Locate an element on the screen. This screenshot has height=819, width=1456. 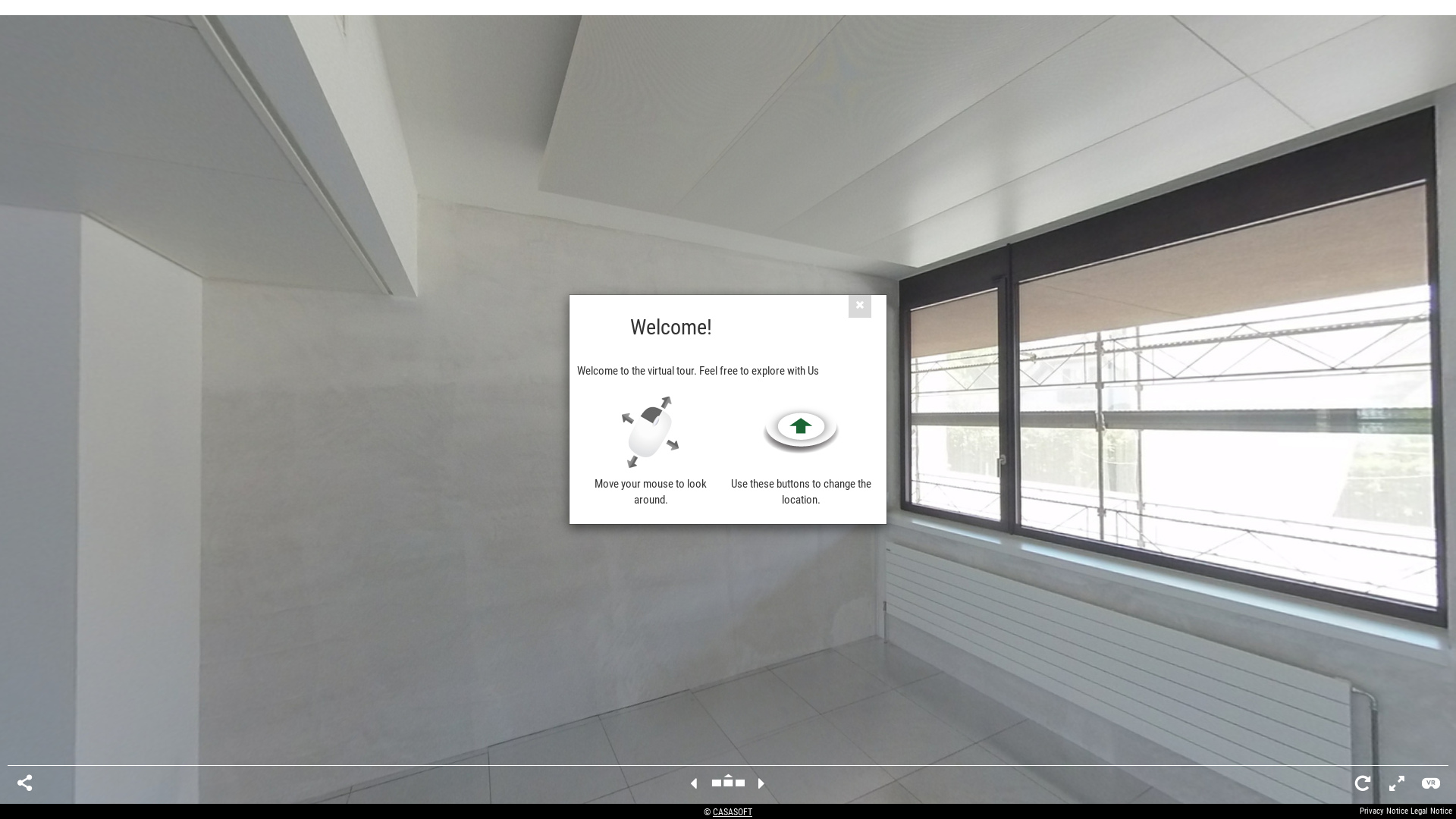
'Next' is located at coordinates (761, 783).